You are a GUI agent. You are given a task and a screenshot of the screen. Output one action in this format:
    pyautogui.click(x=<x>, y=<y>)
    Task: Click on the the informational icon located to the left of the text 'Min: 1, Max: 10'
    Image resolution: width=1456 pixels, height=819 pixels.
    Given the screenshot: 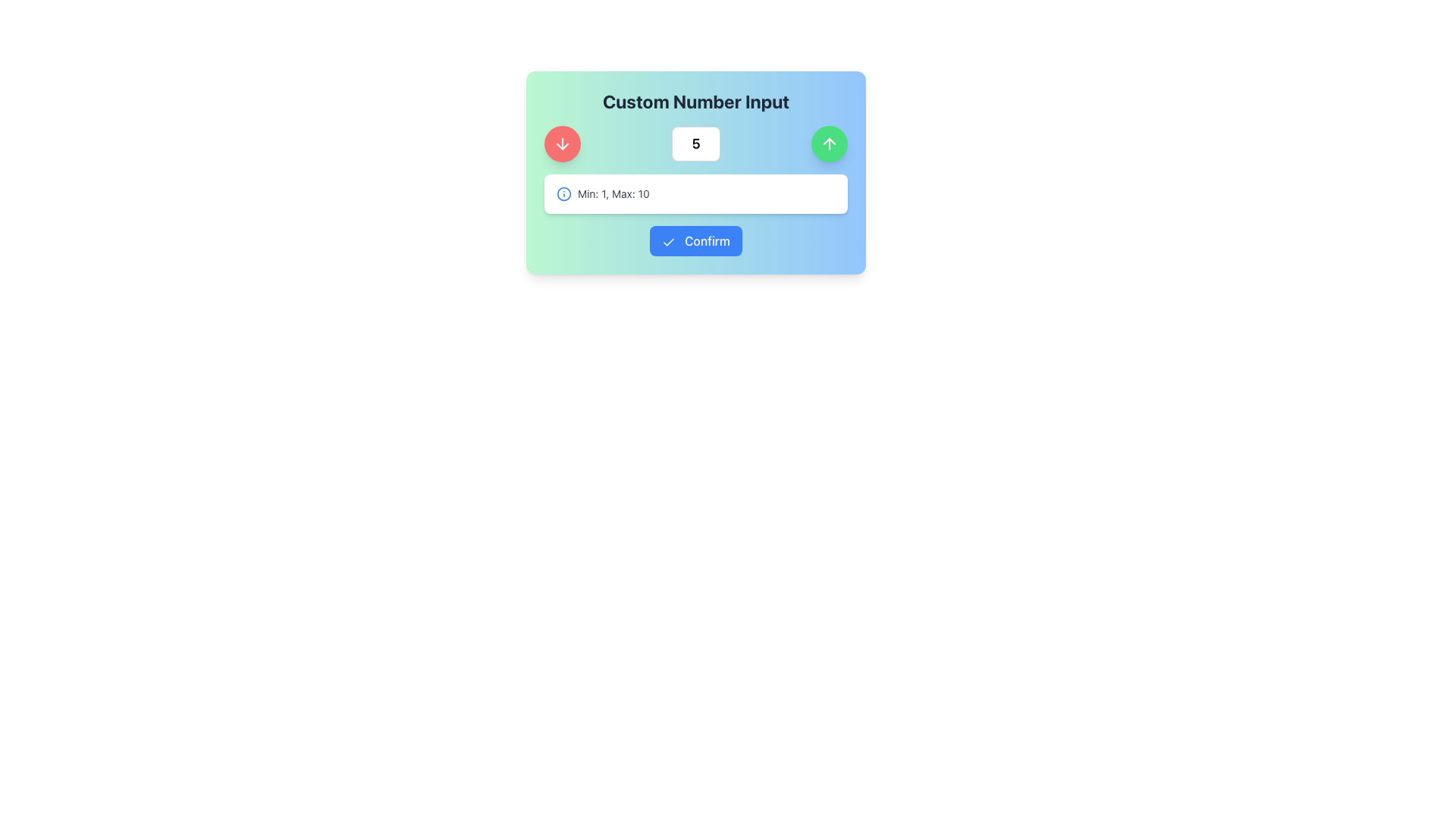 What is the action you would take?
    pyautogui.click(x=563, y=193)
    